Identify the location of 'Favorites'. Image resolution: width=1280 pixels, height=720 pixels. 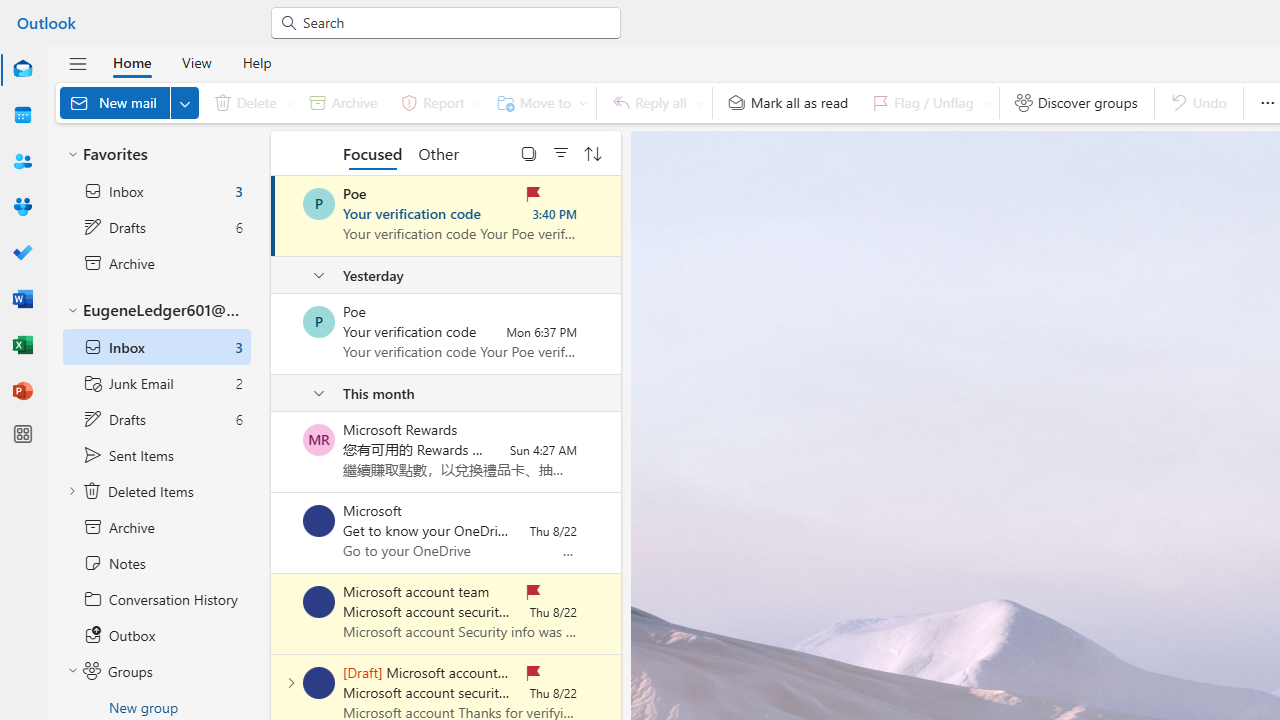
(155, 153).